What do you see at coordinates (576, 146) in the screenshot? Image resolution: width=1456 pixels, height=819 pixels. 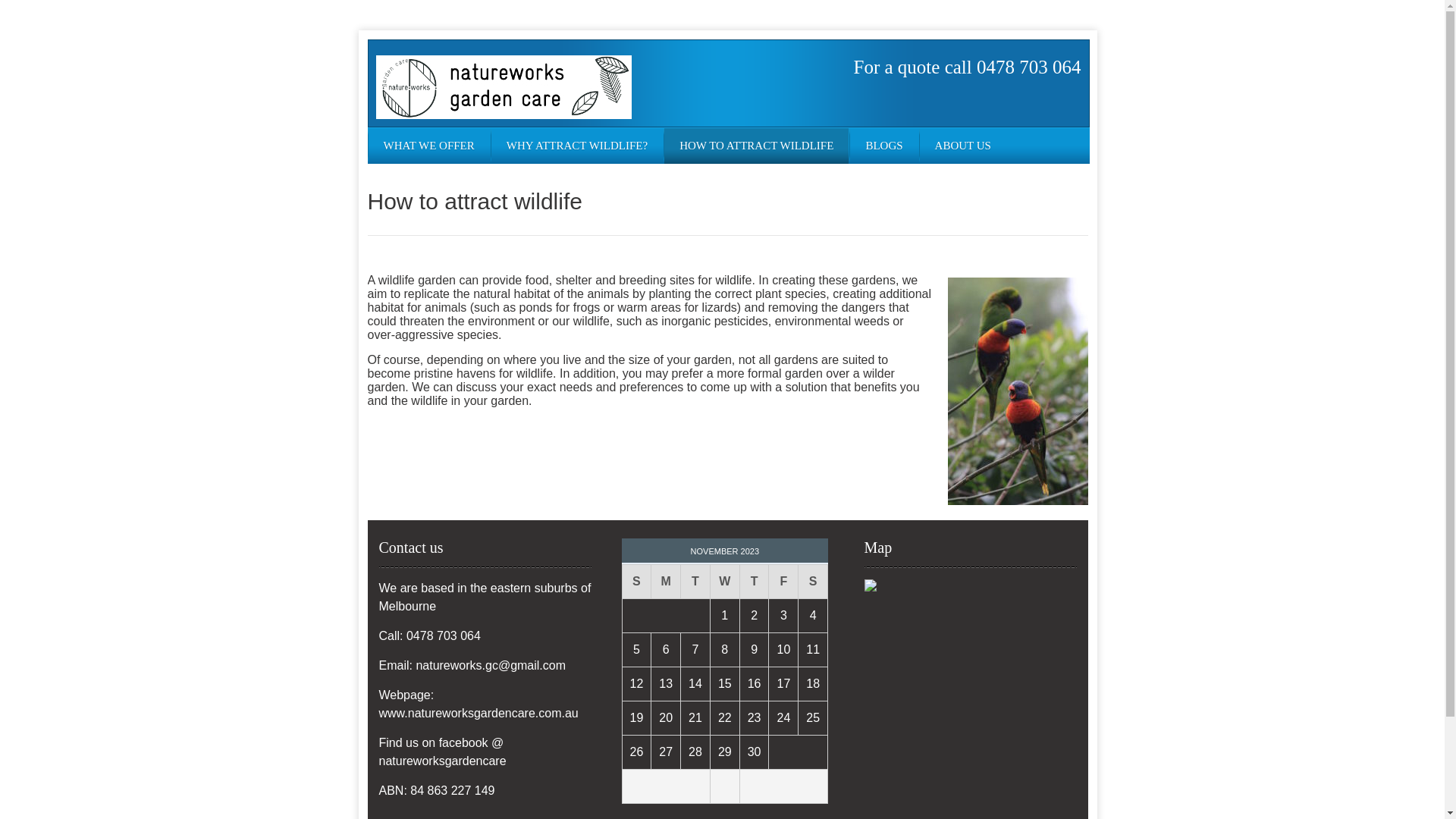 I see `'WHY ATTRACT WILDLIFE?'` at bounding box center [576, 146].